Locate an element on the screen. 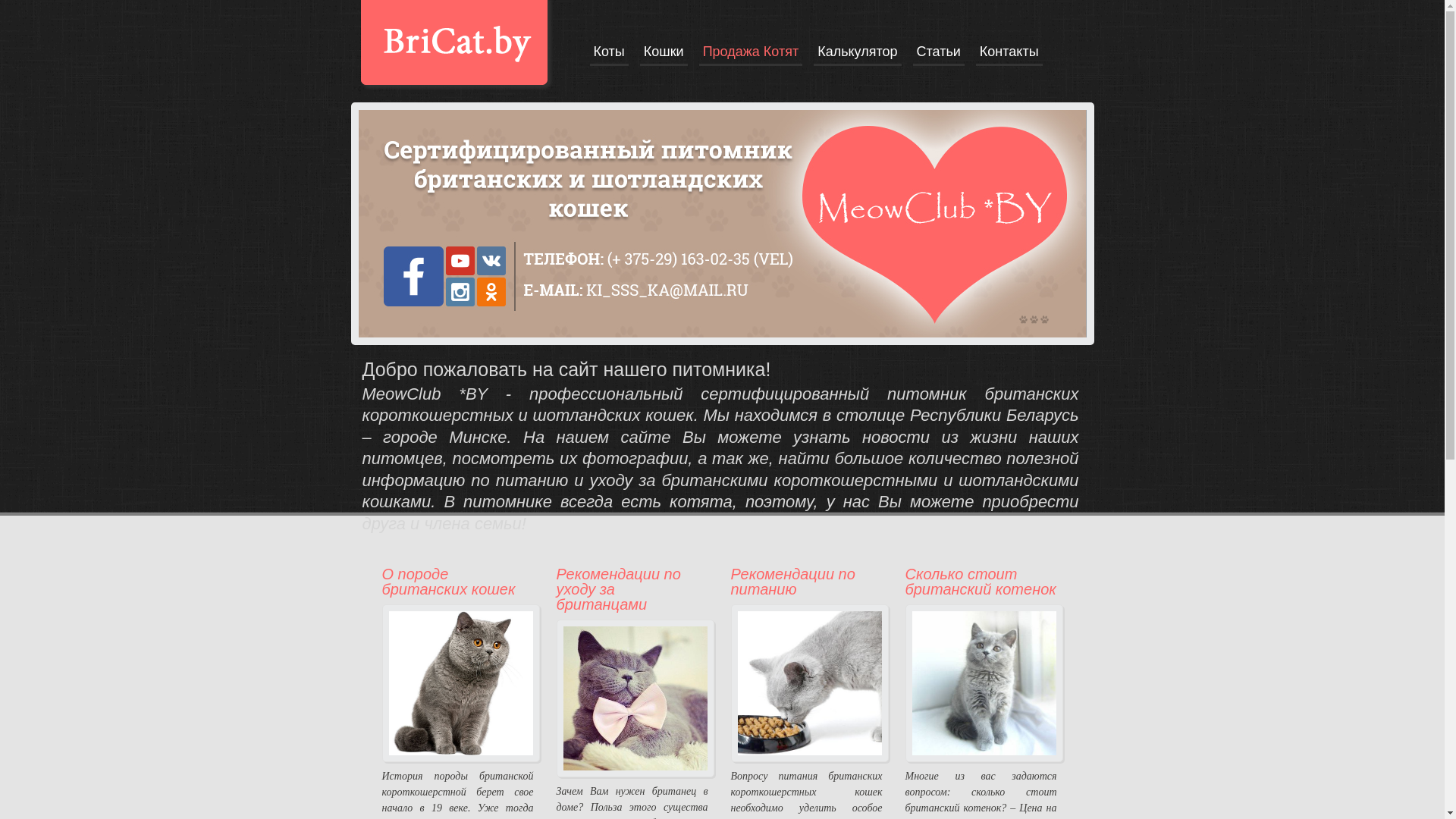  '3' is located at coordinates (1043, 318).